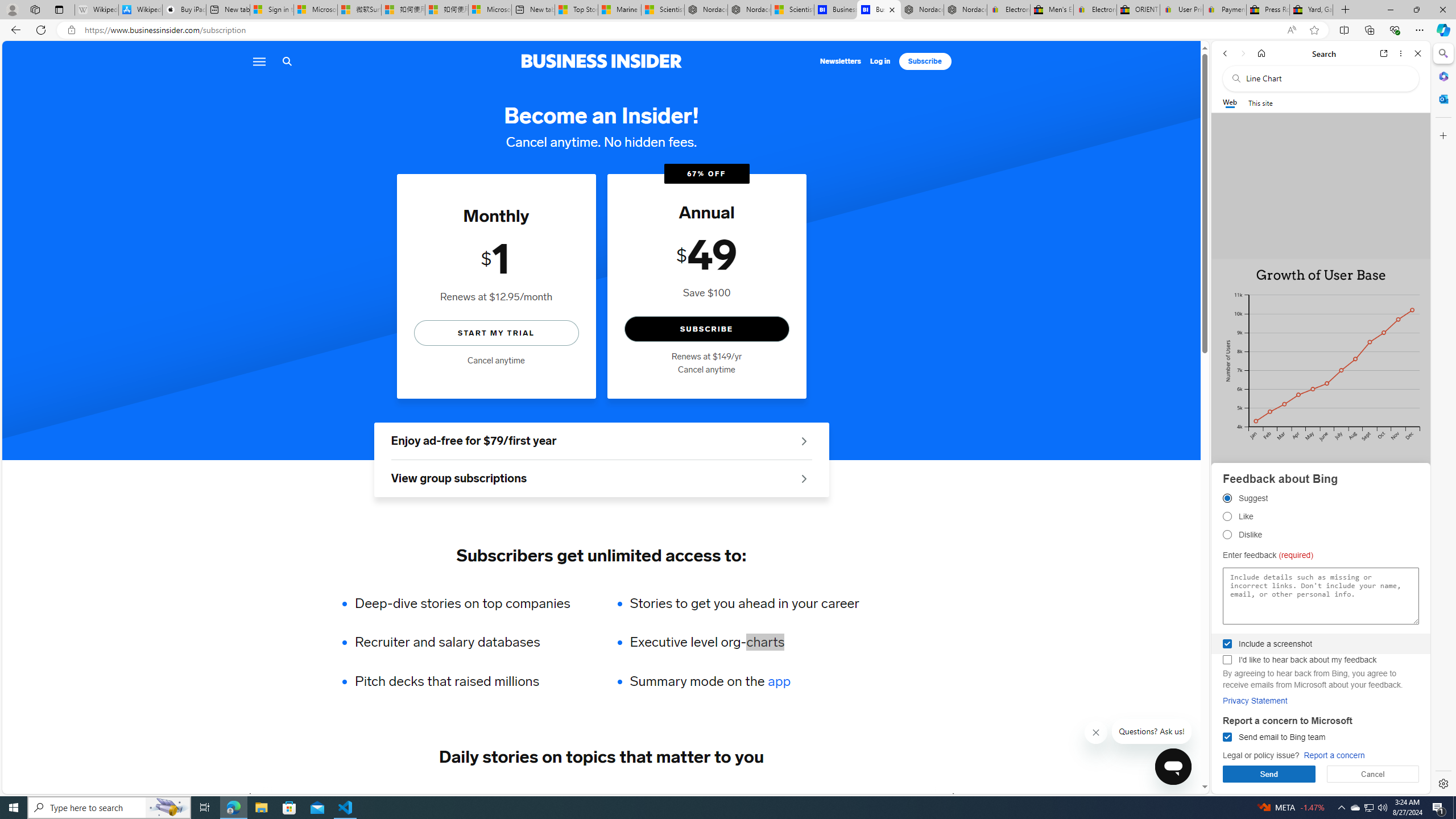 The height and width of the screenshot is (819, 1456). I want to click on 'Search icon', so click(287, 61).